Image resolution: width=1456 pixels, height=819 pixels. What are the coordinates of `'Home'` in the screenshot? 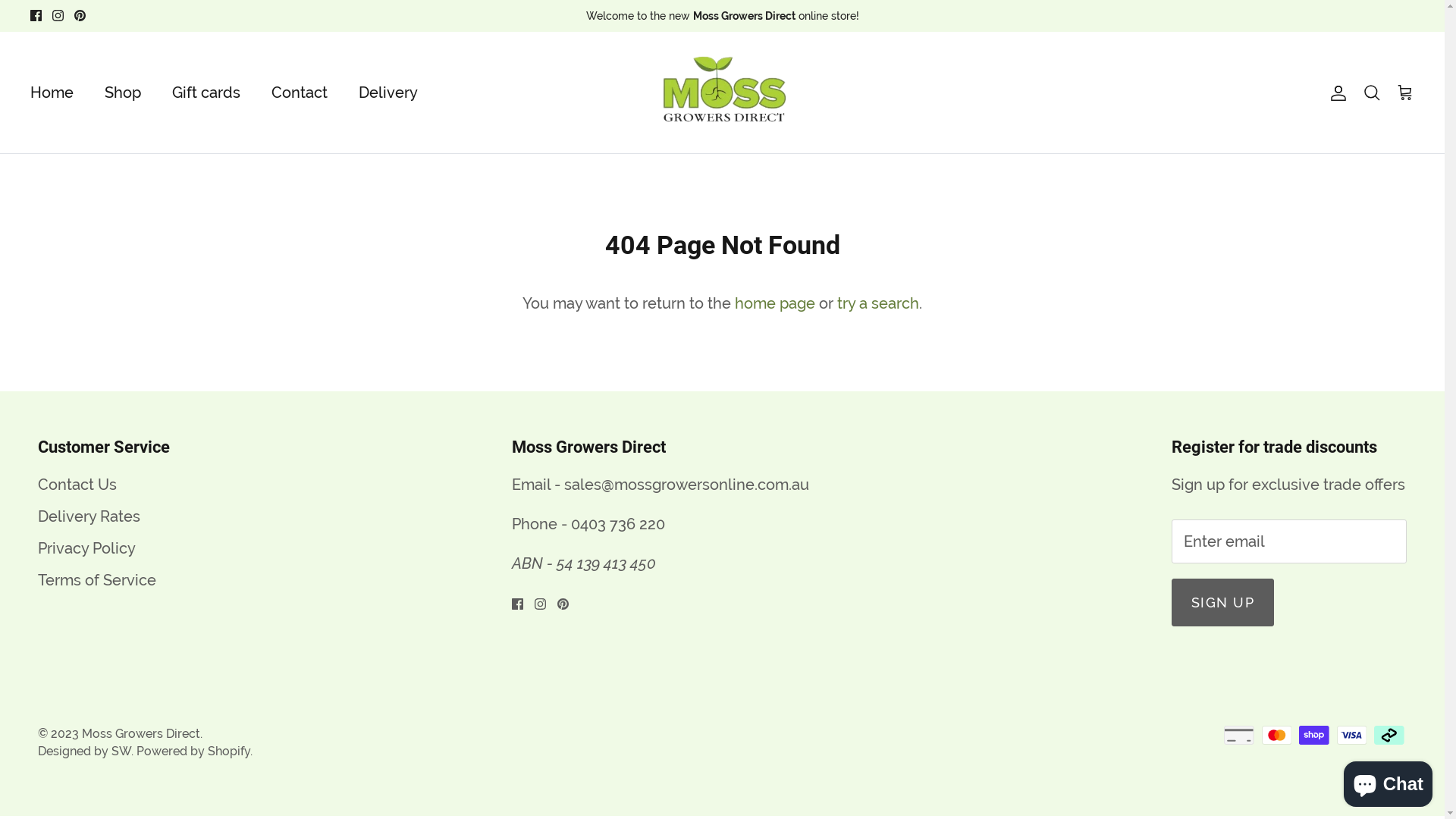 It's located at (52, 93).